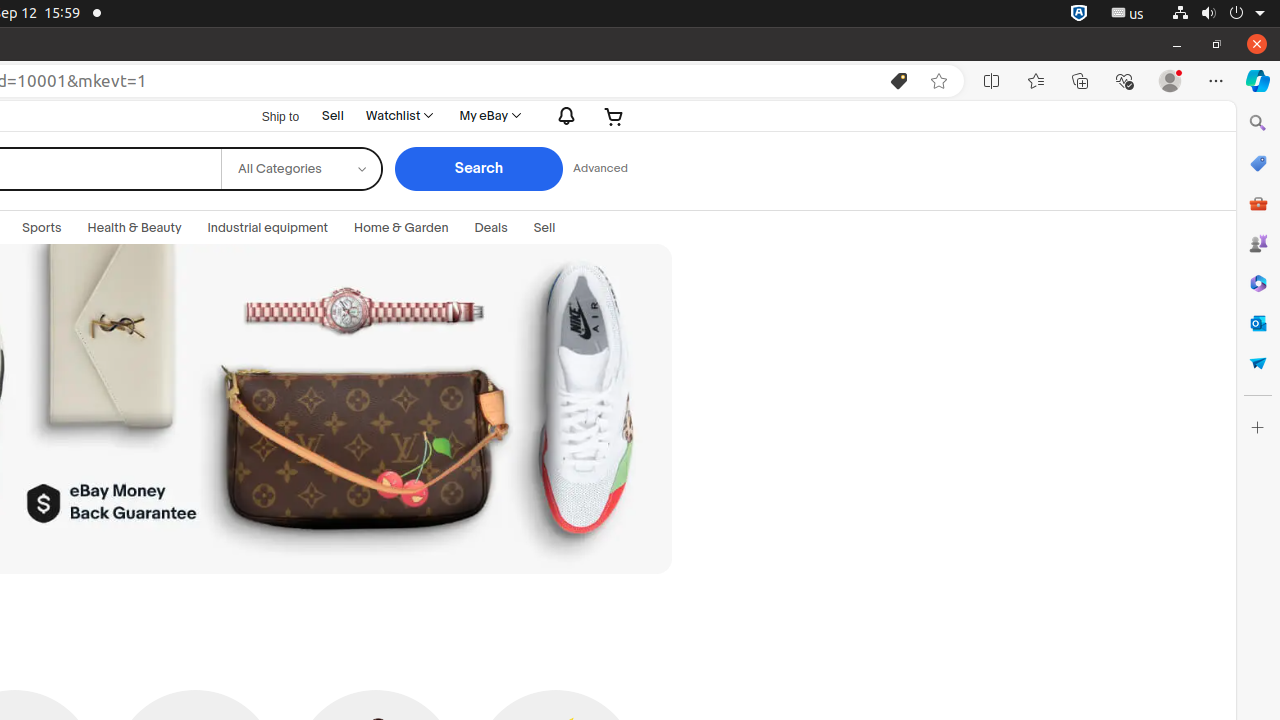 The width and height of the screenshot is (1280, 720). I want to click on ':1.72/StatusNotifierItem', so click(1078, 13).